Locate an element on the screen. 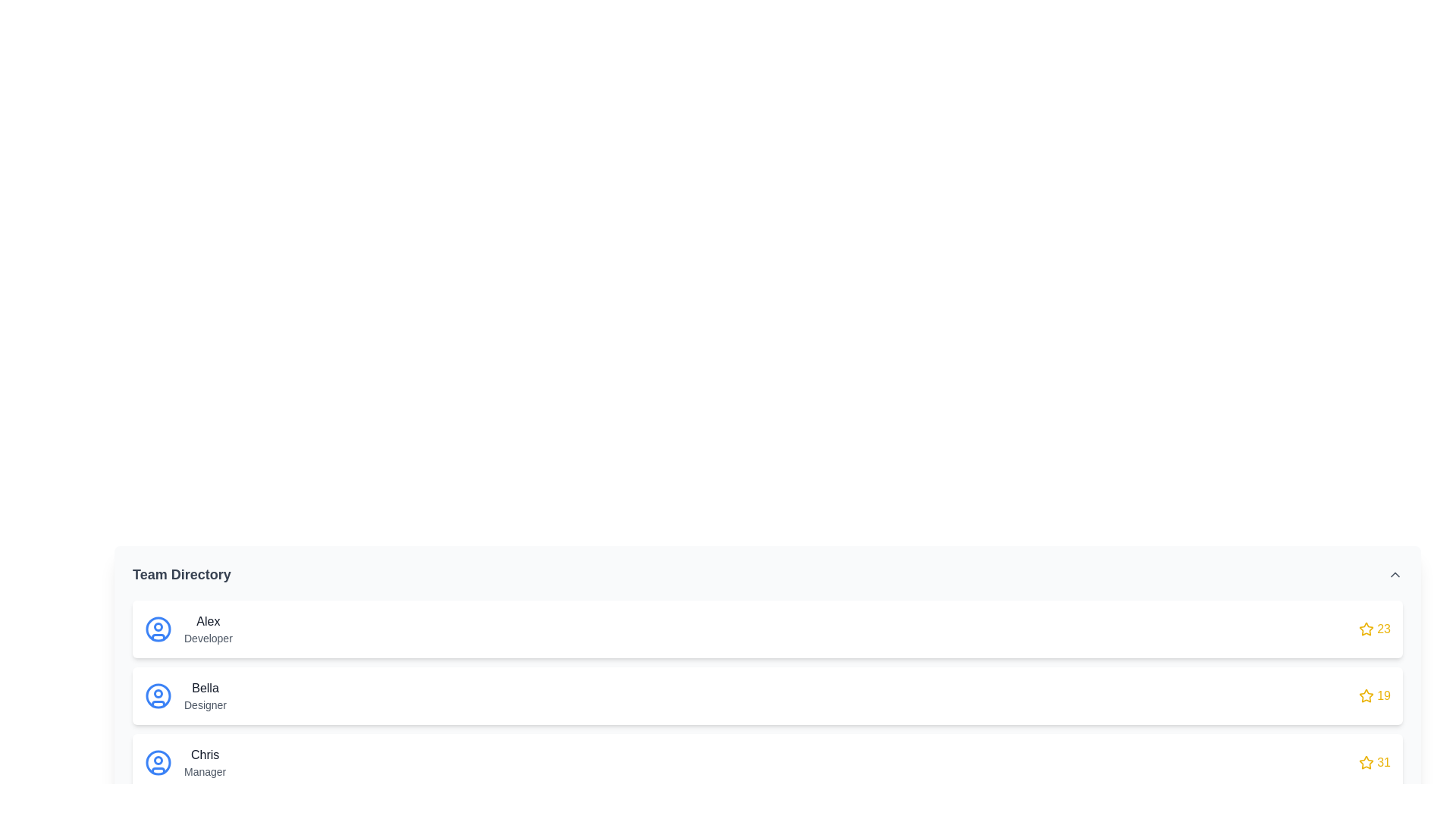 Image resolution: width=1456 pixels, height=819 pixels. the numeric display associated with the rating next to the star icon in the list item for 'Bella' is located at coordinates (1384, 696).